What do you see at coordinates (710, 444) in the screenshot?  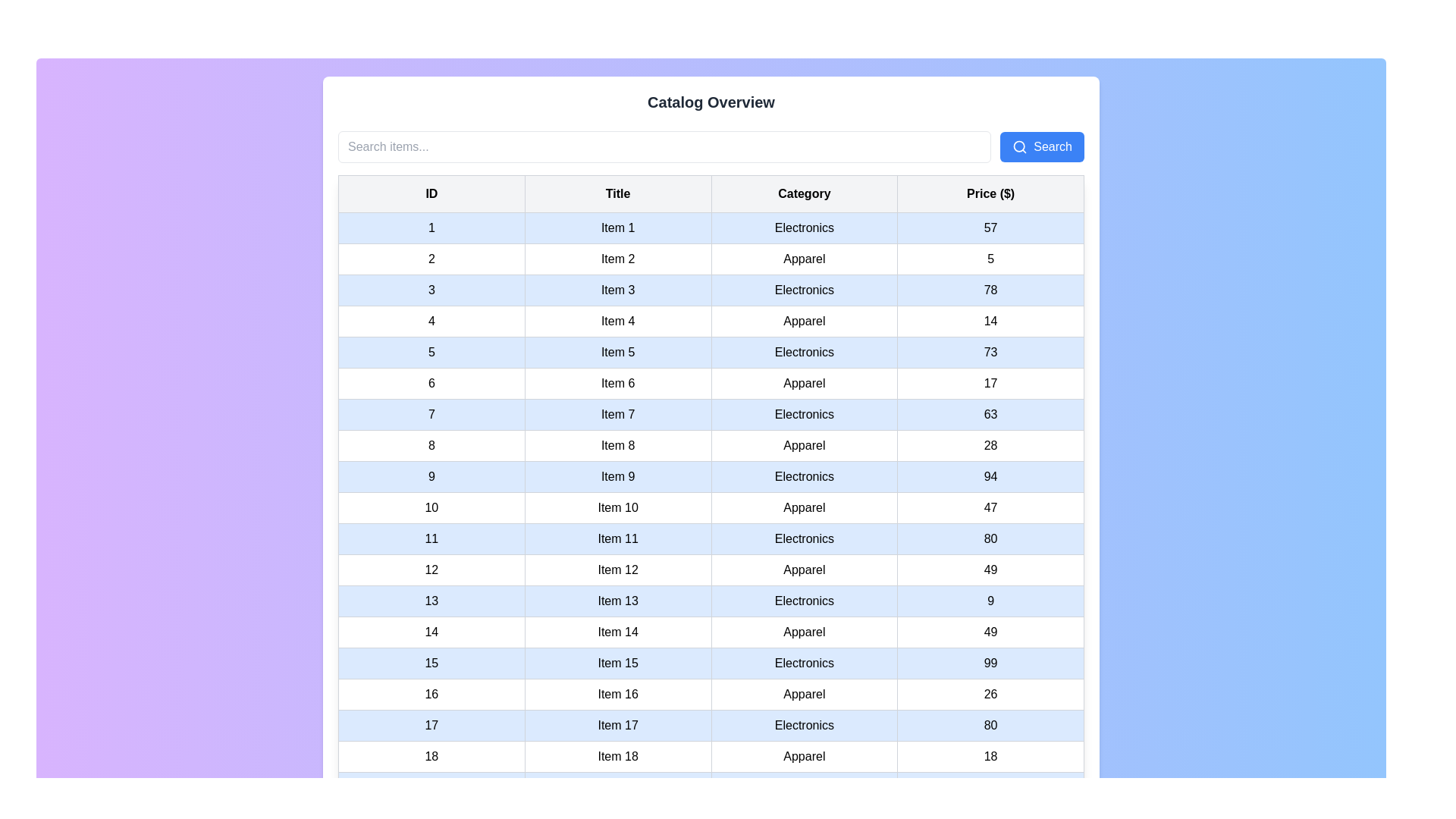 I see `the tabular row element in the eighth row containing values '8', 'Item 8', 'Apparel', and '28' with a white background` at bounding box center [710, 444].